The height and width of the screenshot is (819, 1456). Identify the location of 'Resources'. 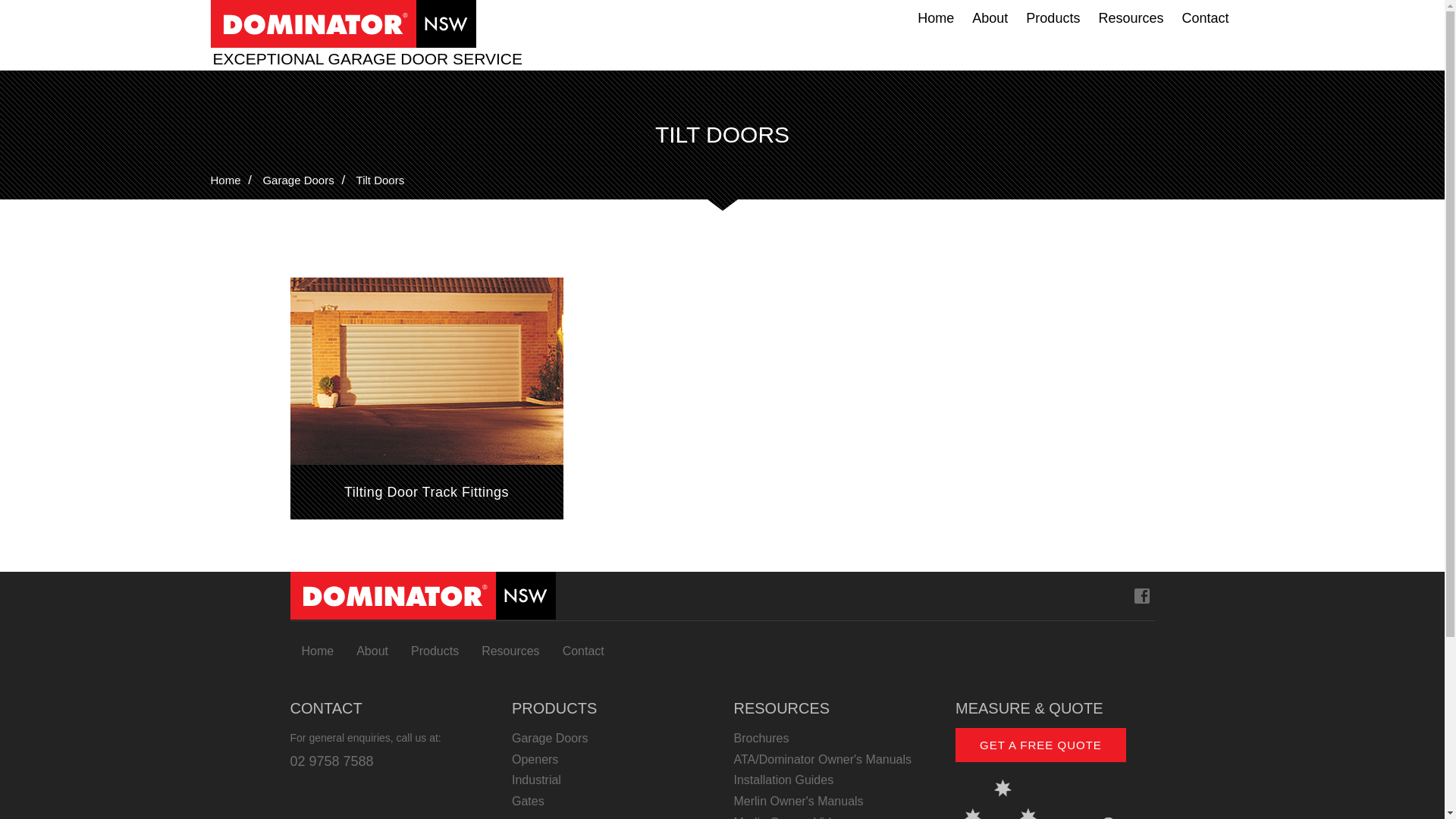
(510, 651).